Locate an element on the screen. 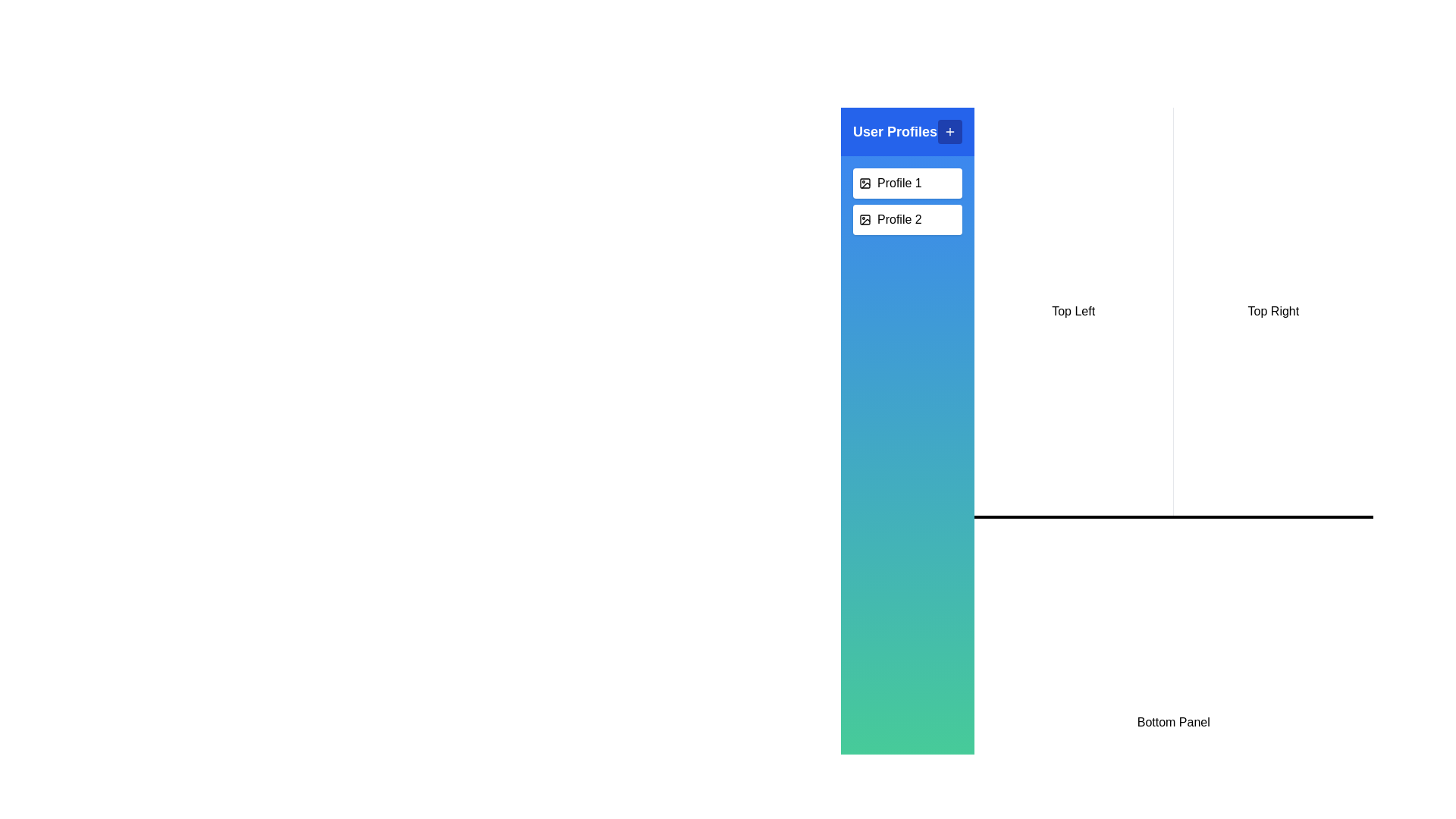 The width and height of the screenshot is (1456, 819). the small blue button with a white '+' icon located in the top-right corner of the 'User Profiles' section in the blue toolbar is located at coordinates (949, 130).